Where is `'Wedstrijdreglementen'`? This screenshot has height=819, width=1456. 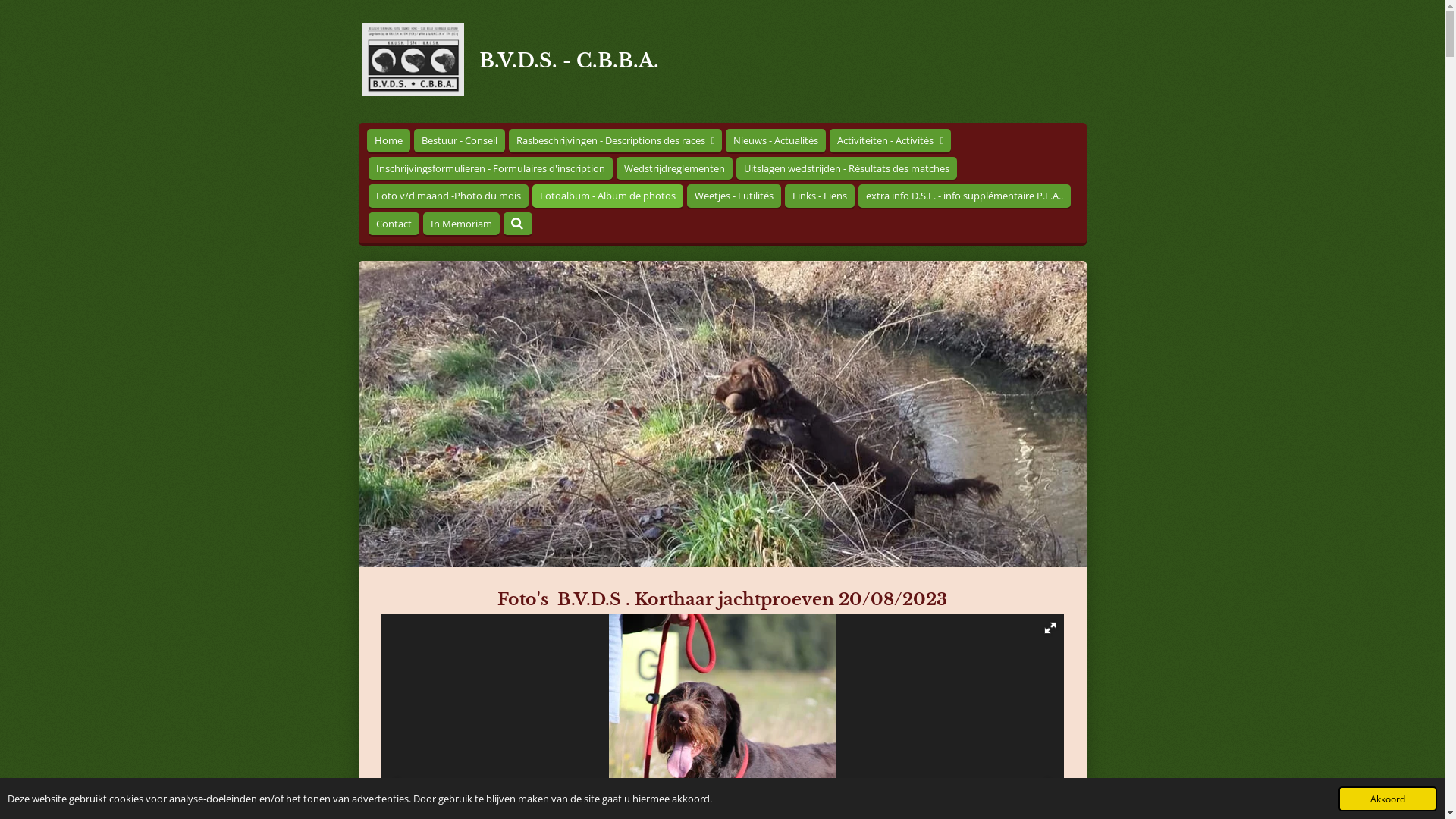
'Wedstrijdreglementen' is located at coordinates (673, 168).